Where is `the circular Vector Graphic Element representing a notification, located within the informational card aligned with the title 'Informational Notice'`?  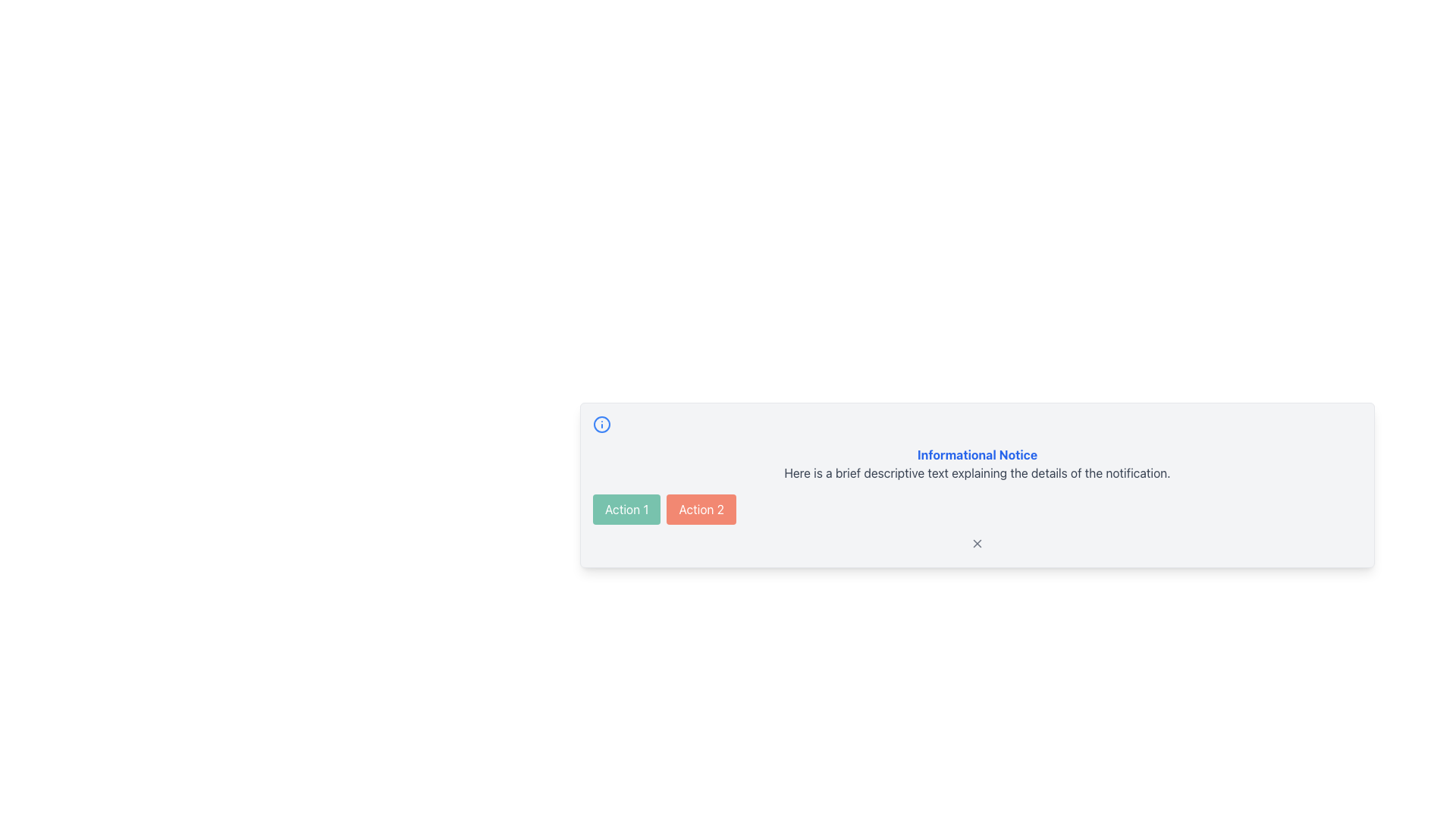
the circular Vector Graphic Element representing a notification, located within the informational card aligned with the title 'Informational Notice' is located at coordinates (601, 424).